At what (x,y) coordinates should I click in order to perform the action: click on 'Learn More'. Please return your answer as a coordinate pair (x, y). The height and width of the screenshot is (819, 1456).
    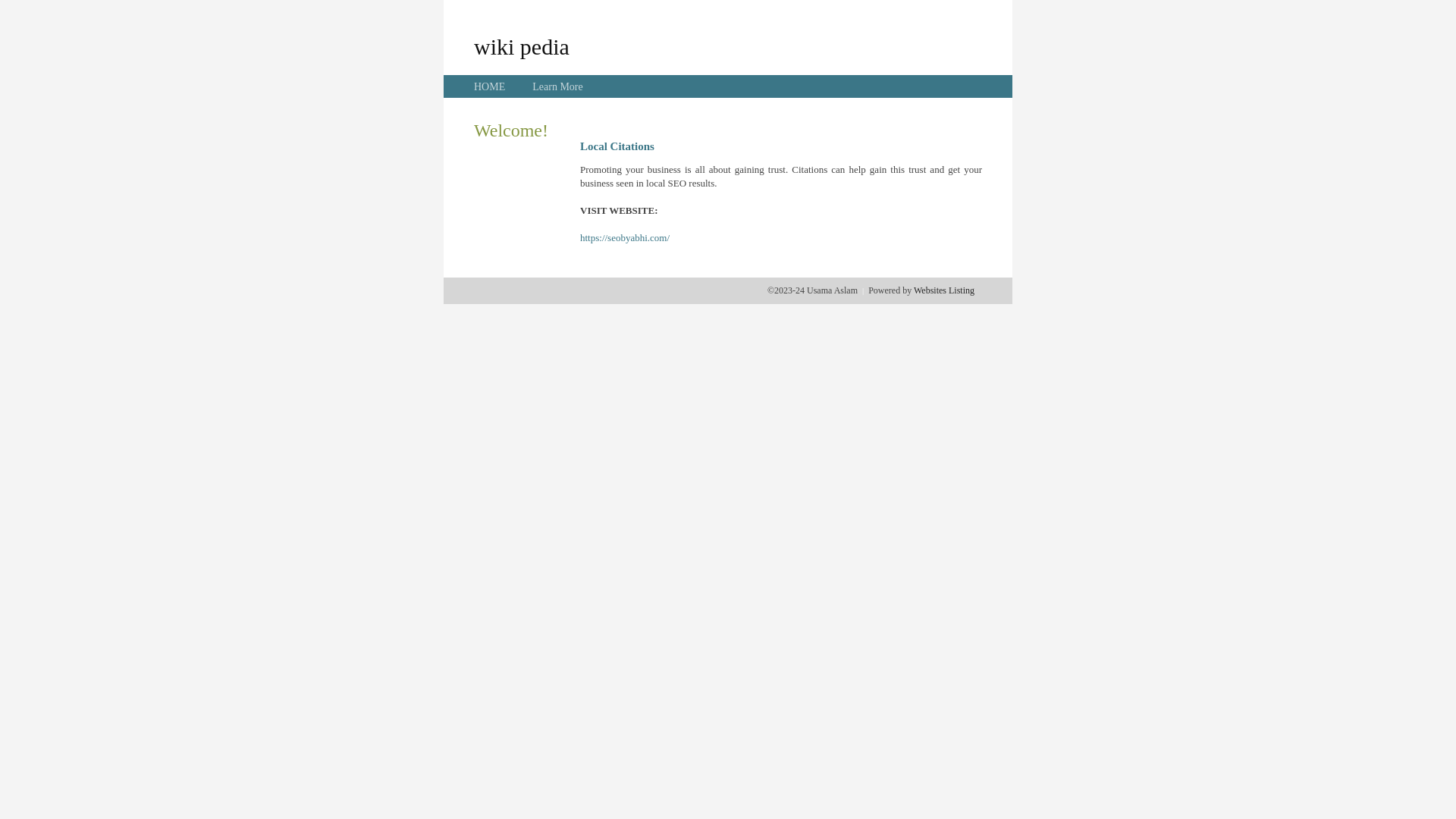
    Looking at the image, I should click on (532, 86).